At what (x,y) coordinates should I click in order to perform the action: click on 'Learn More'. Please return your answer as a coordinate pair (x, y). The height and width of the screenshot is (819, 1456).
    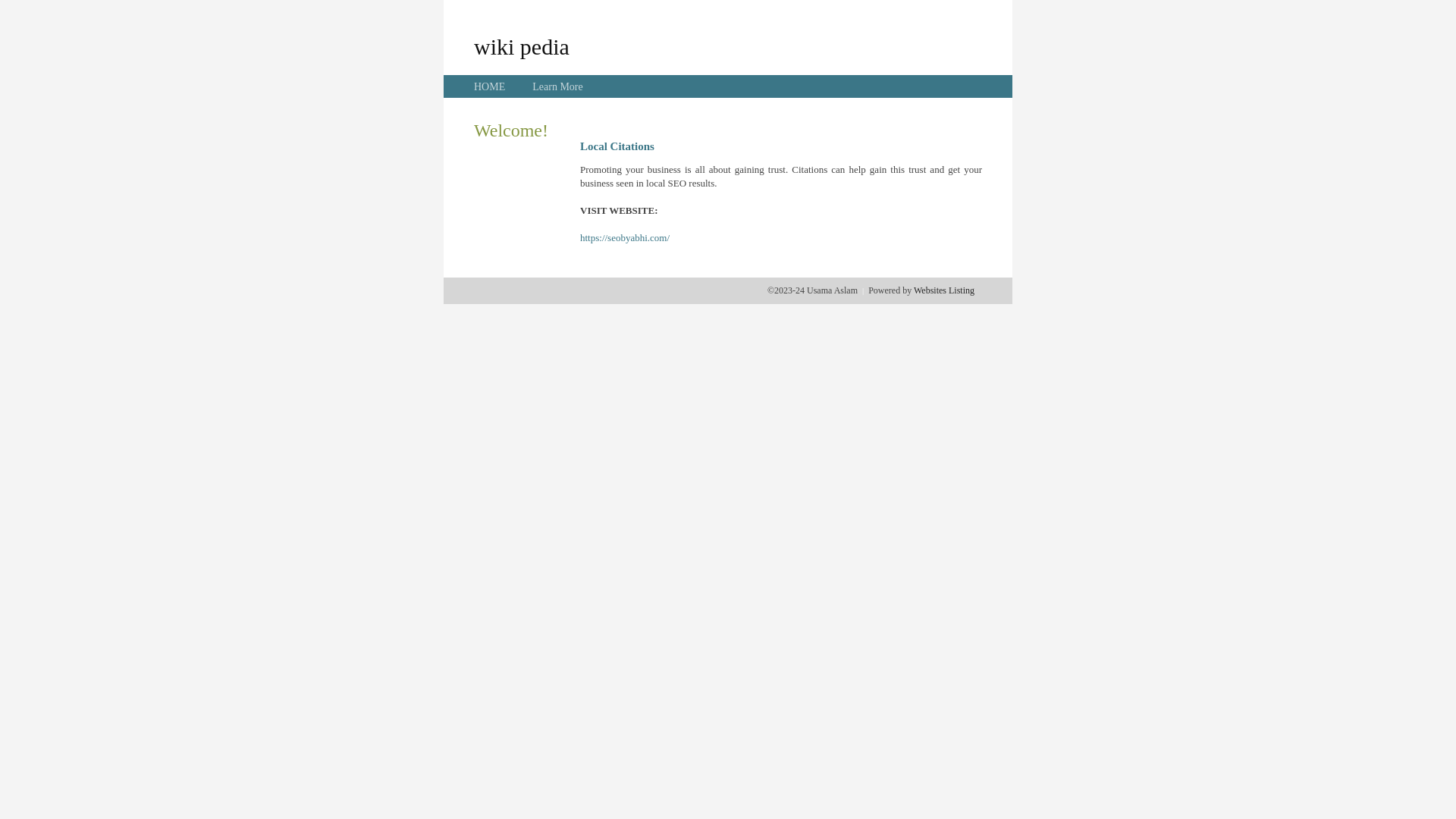
    Looking at the image, I should click on (532, 86).